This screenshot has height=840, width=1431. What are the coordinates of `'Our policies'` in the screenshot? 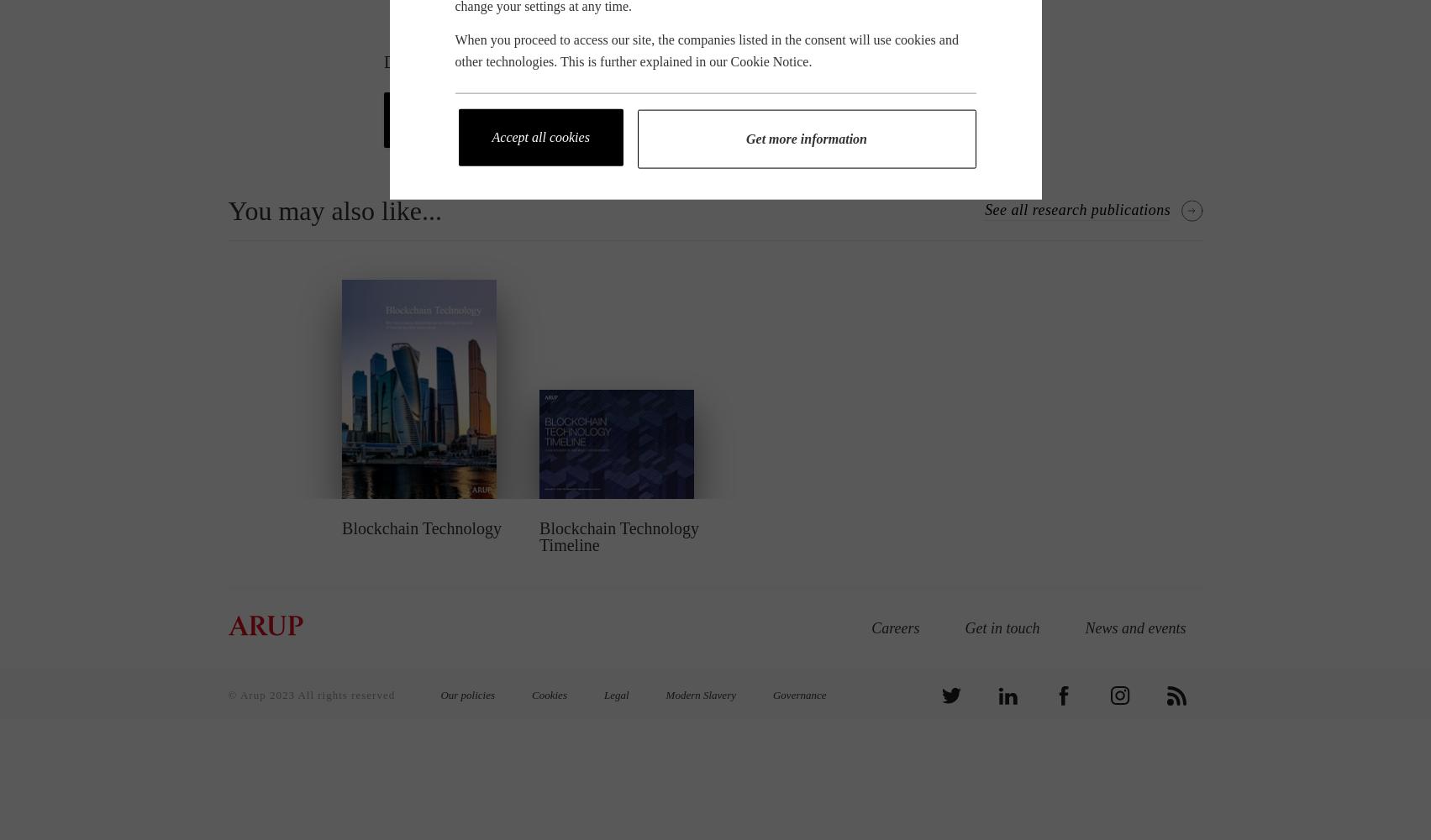 It's located at (466, 694).